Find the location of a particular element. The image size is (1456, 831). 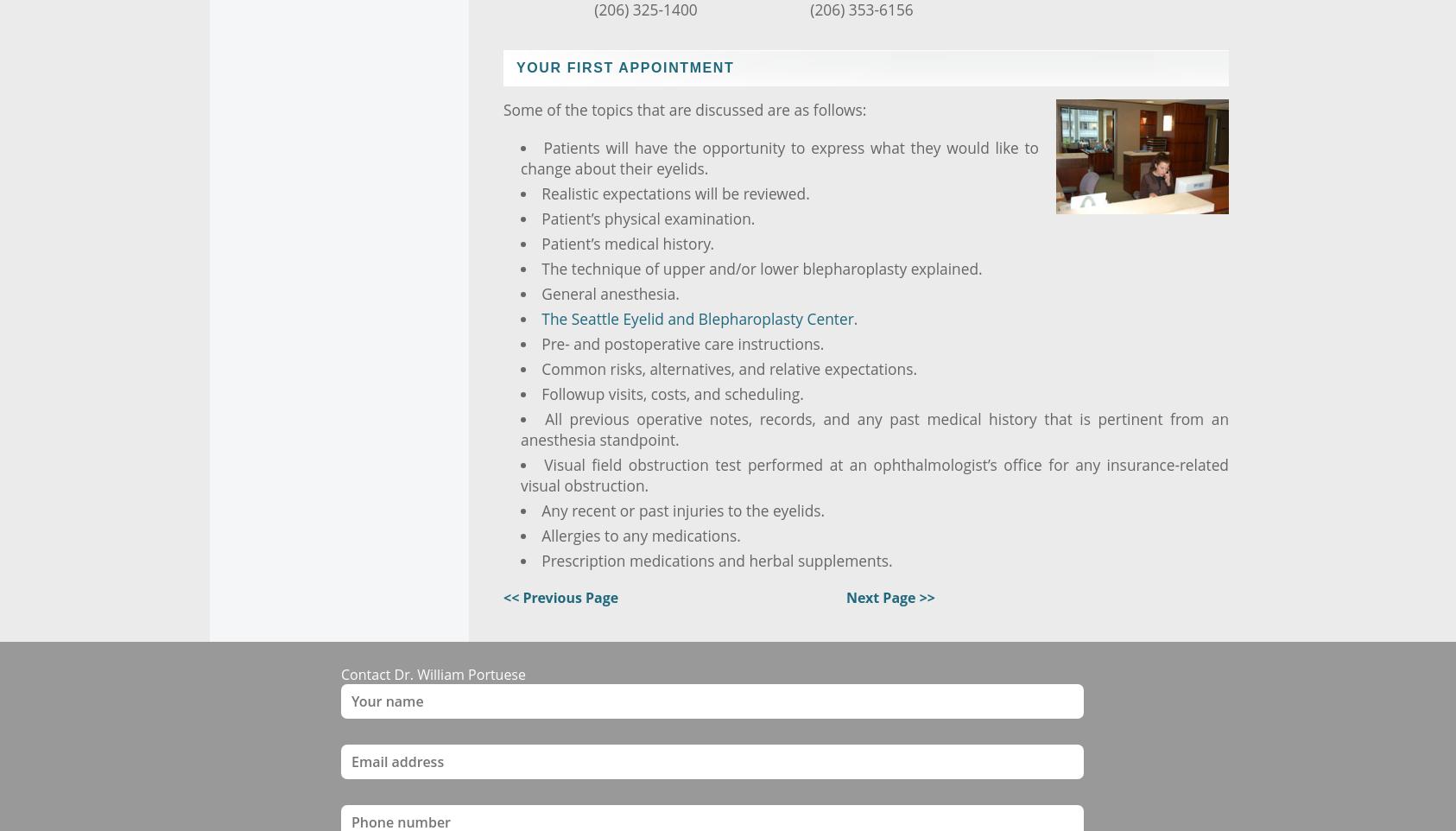

'Patient’s physical examination.' is located at coordinates (648, 218).